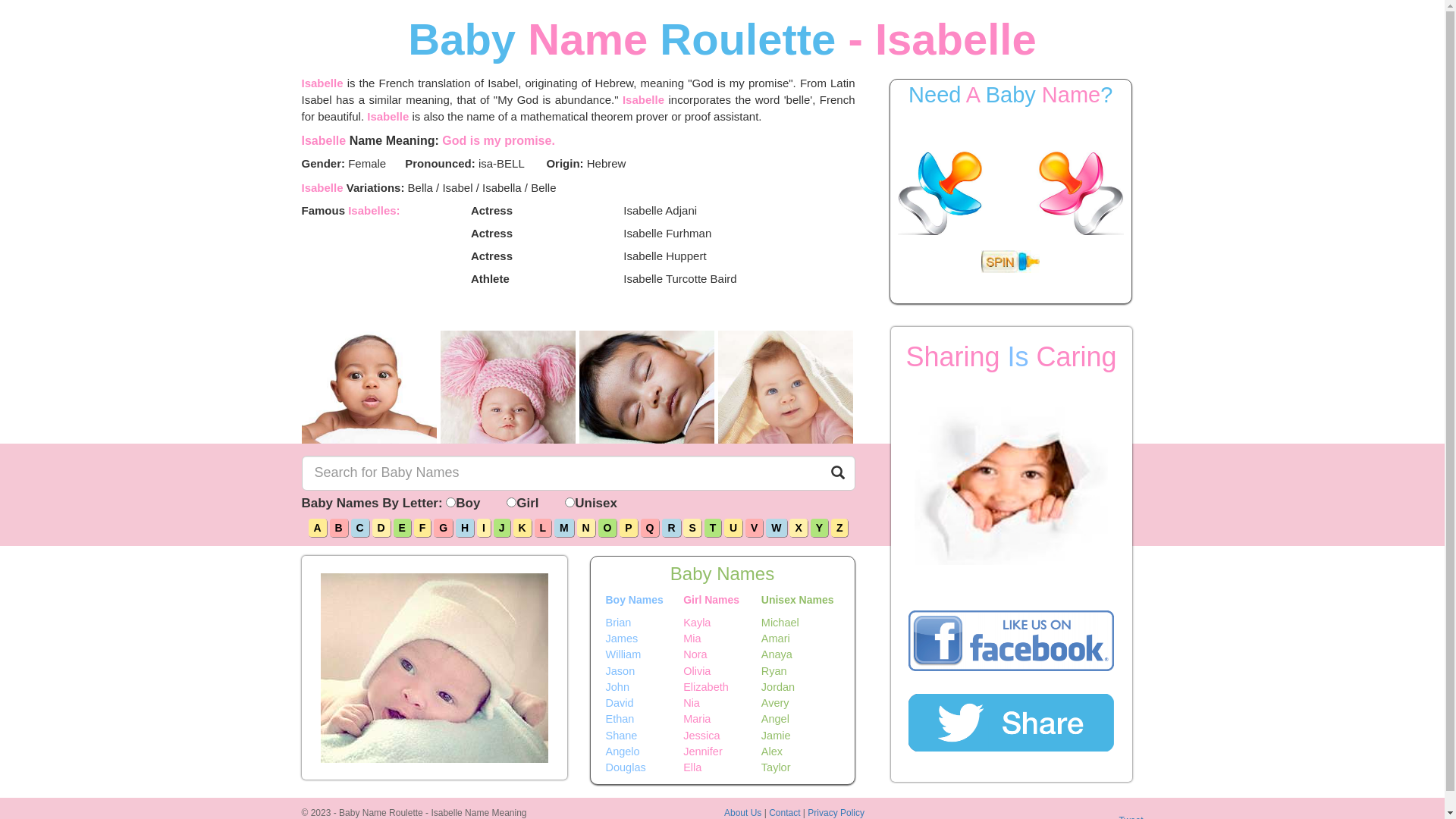 The height and width of the screenshot is (819, 1456). What do you see at coordinates (553, 526) in the screenshot?
I see `'M'` at bounding box center [553, 526].